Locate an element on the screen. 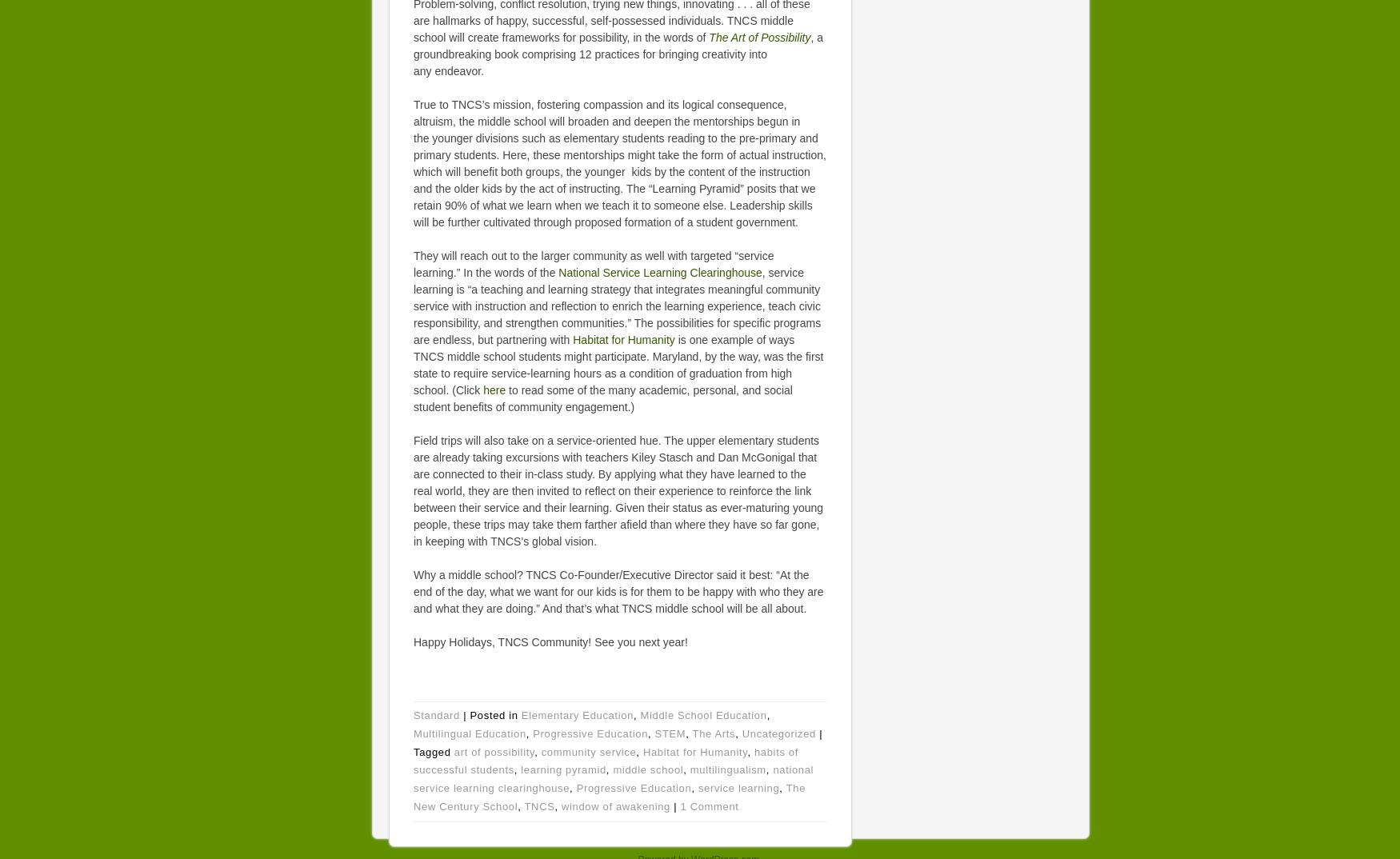  'STEM' is located at coordinates (670, 733).